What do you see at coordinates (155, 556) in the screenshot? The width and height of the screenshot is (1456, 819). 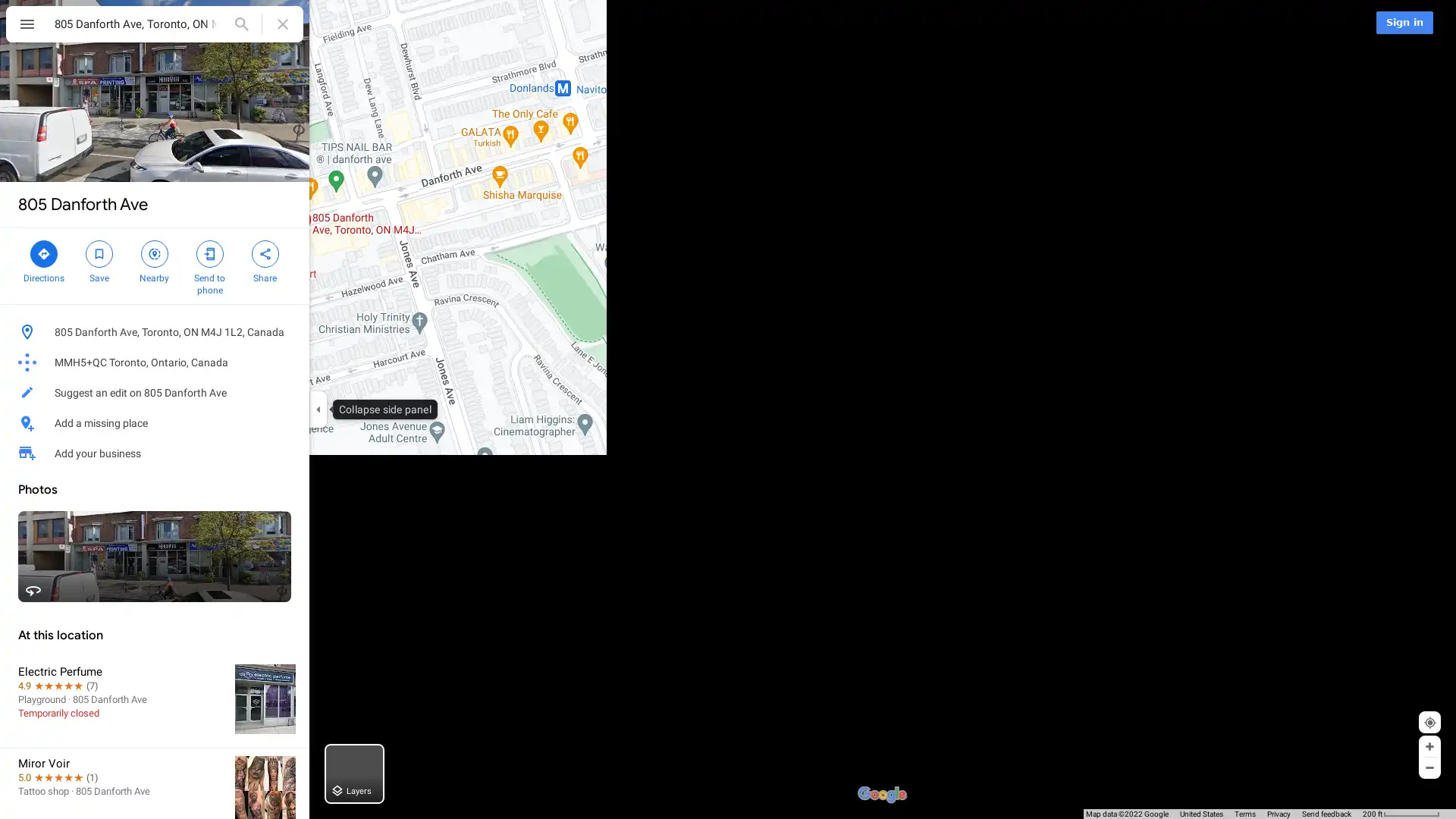 I see `Street View` at bounding box center [155, 556].